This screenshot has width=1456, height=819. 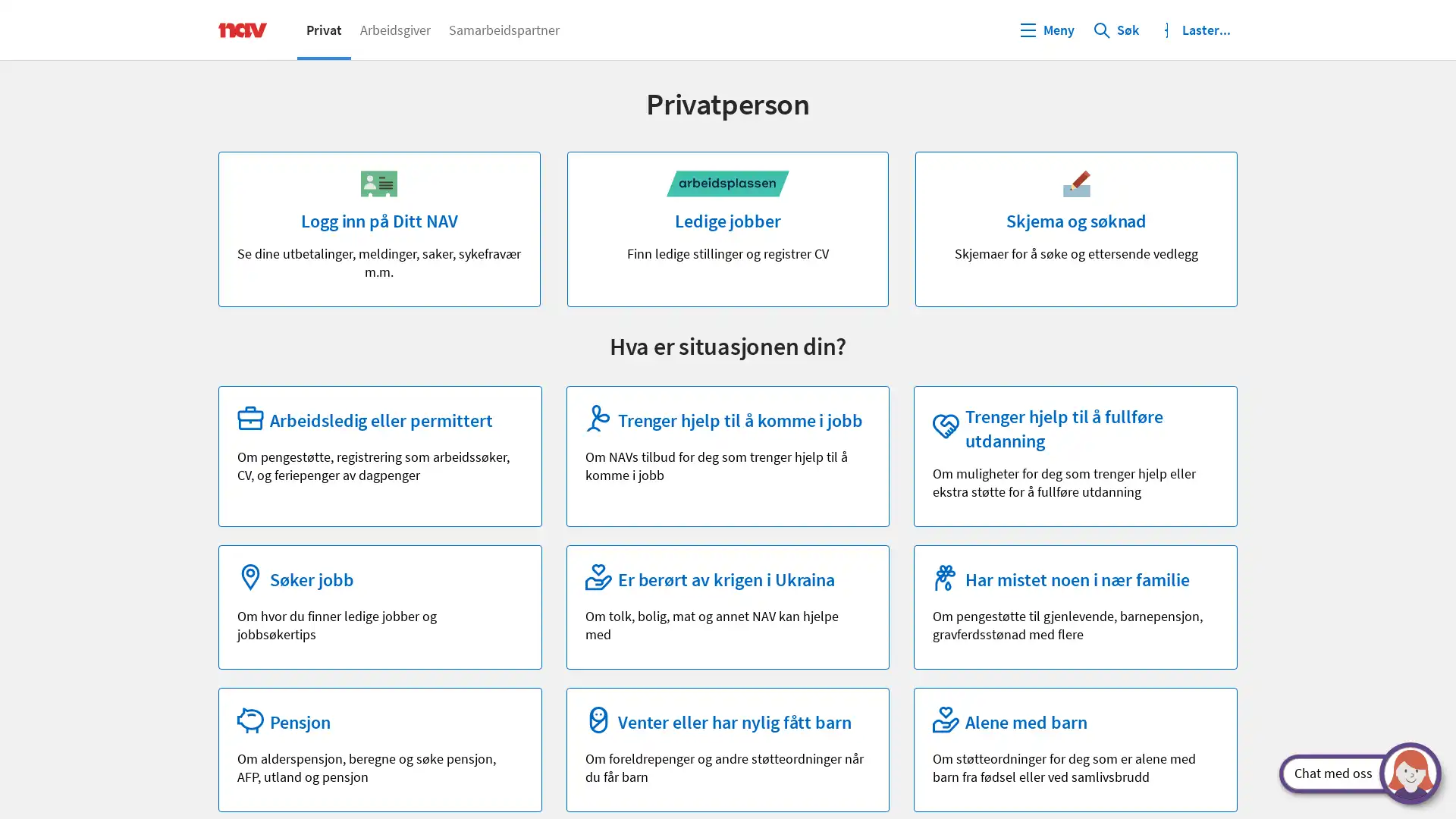 What do you see at coordinates (1347, 773) in the screenshot?
I see `Chat med oss .` at bounding box center [1347, 773].